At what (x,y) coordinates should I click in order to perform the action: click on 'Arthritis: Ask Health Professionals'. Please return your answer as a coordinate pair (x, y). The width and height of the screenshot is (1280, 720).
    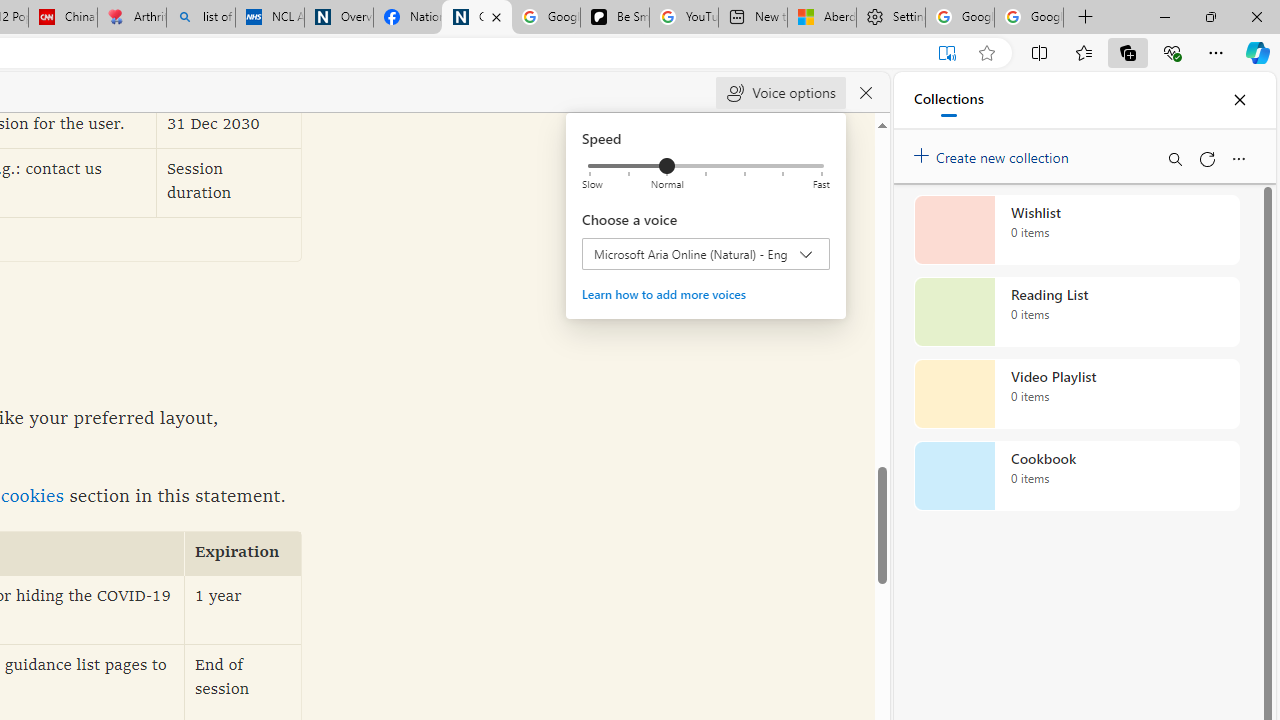
    Looking at the image, I should click on (131, 17).